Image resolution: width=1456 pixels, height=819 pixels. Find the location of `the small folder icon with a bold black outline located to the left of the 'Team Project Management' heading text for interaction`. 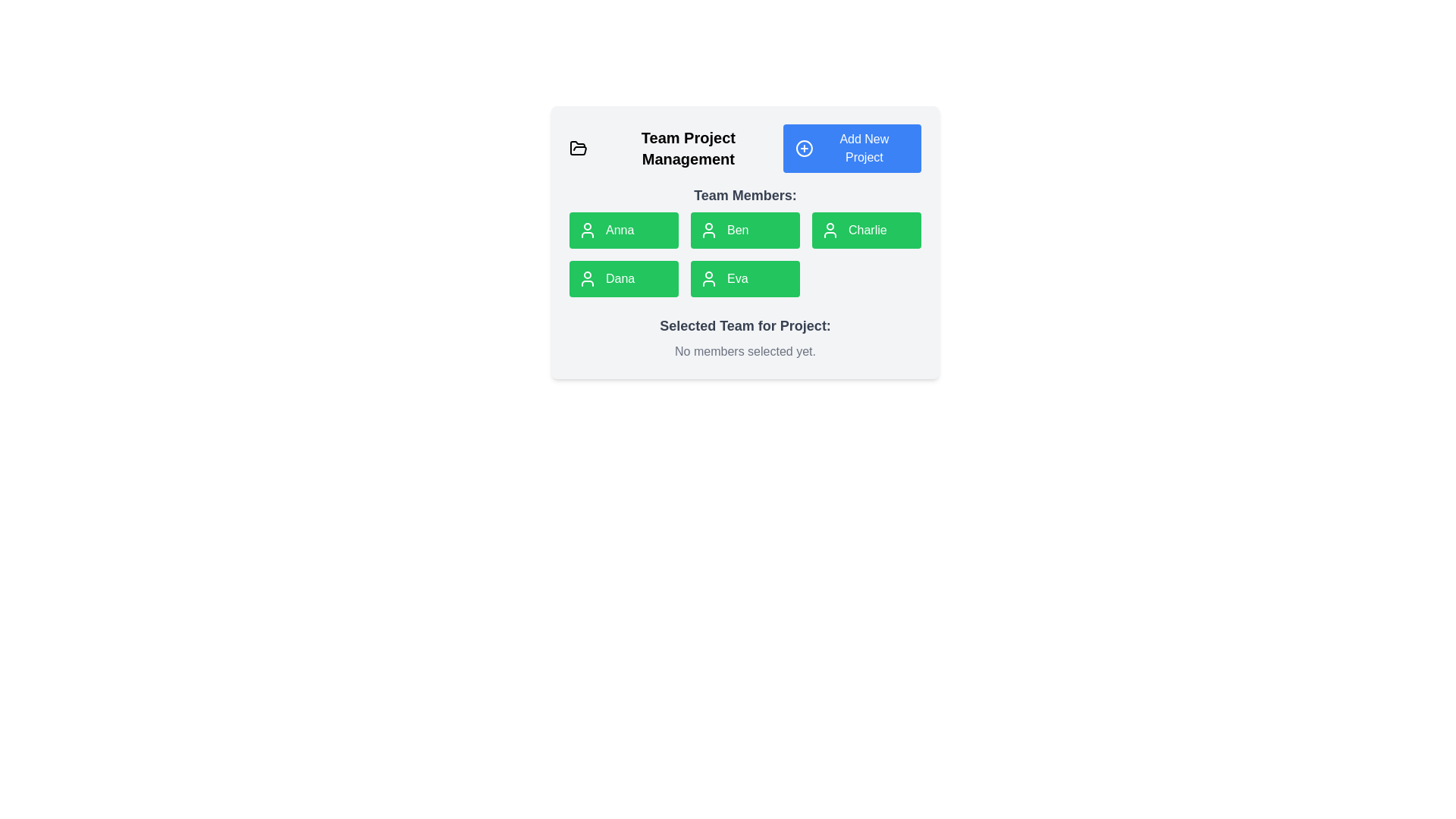

the small folder icon with a bold black outline located to the left of the 'Team Project Management' heading text for interaction is located at coordinates (577, 149).